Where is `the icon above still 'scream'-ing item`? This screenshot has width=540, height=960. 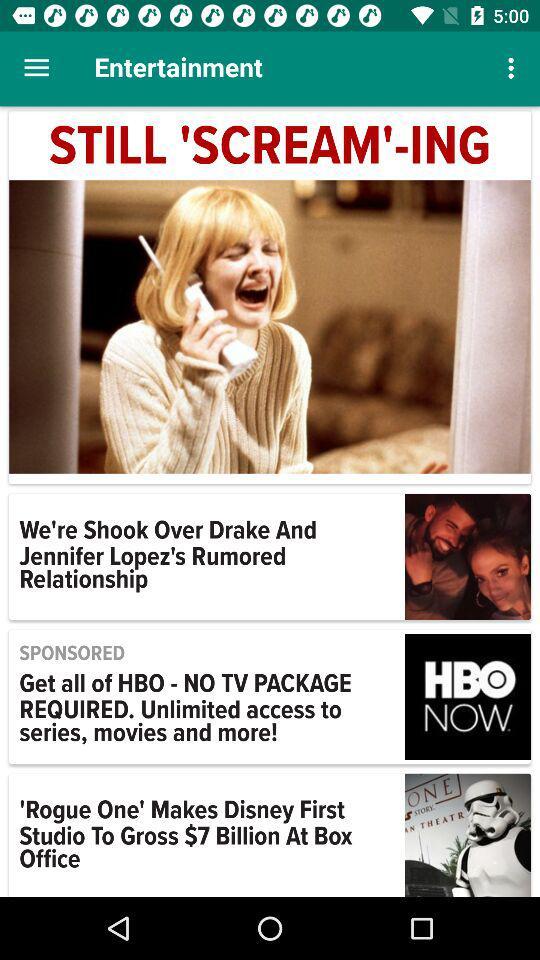
the icon above still 'scream'-ing item is located at coordinates (513, 68).